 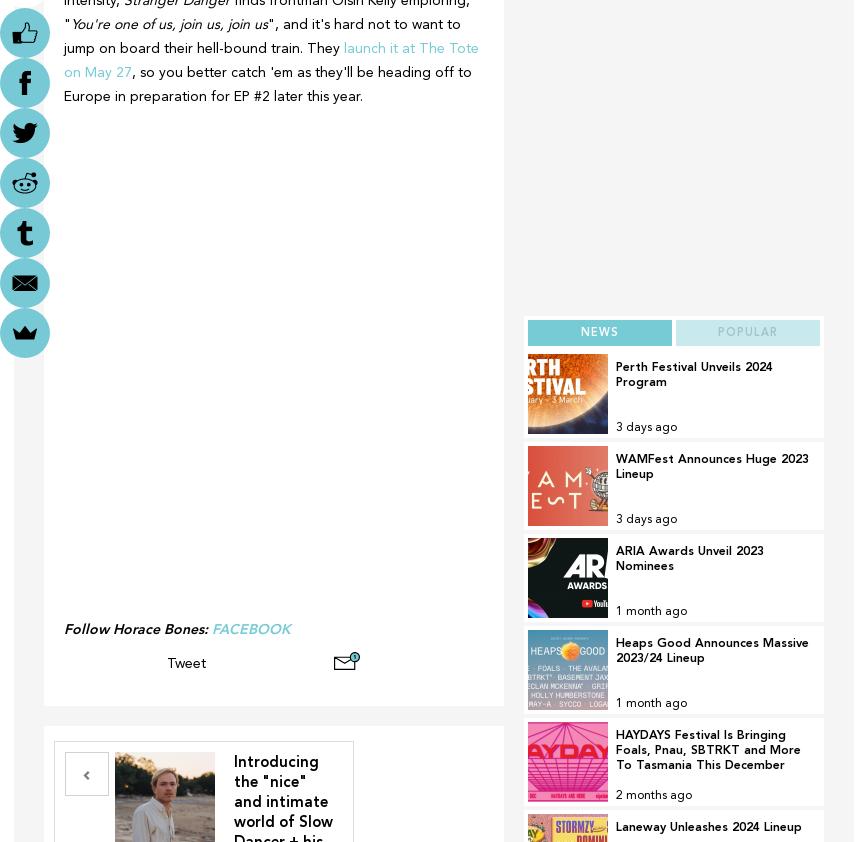 I want to click on 'ARIA Awards Unveil 2023 Nominees', so click(x=688, y=557).